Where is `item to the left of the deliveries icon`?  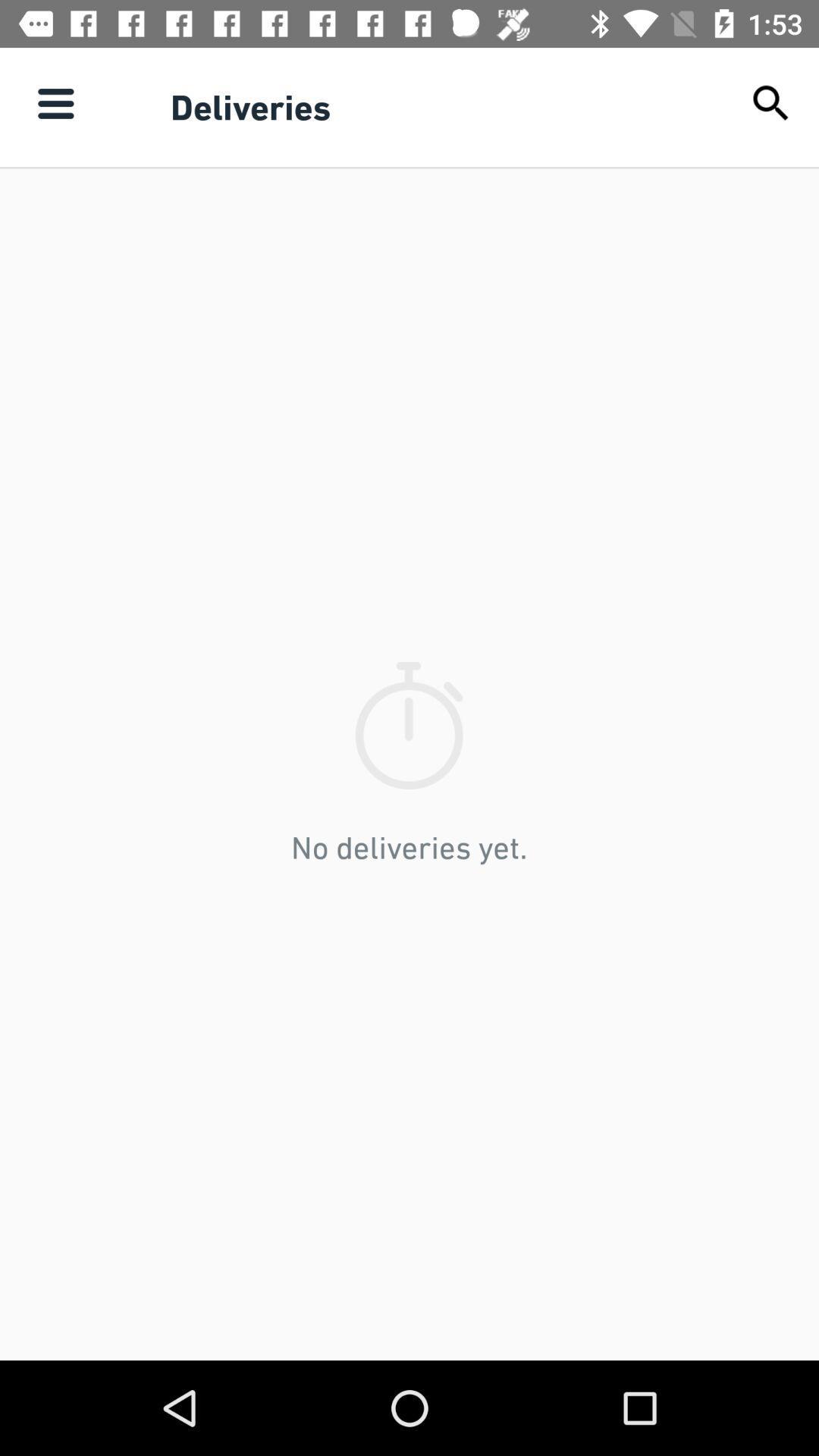 item to the left of the deliveries icon is located at coordinates (55, 102).